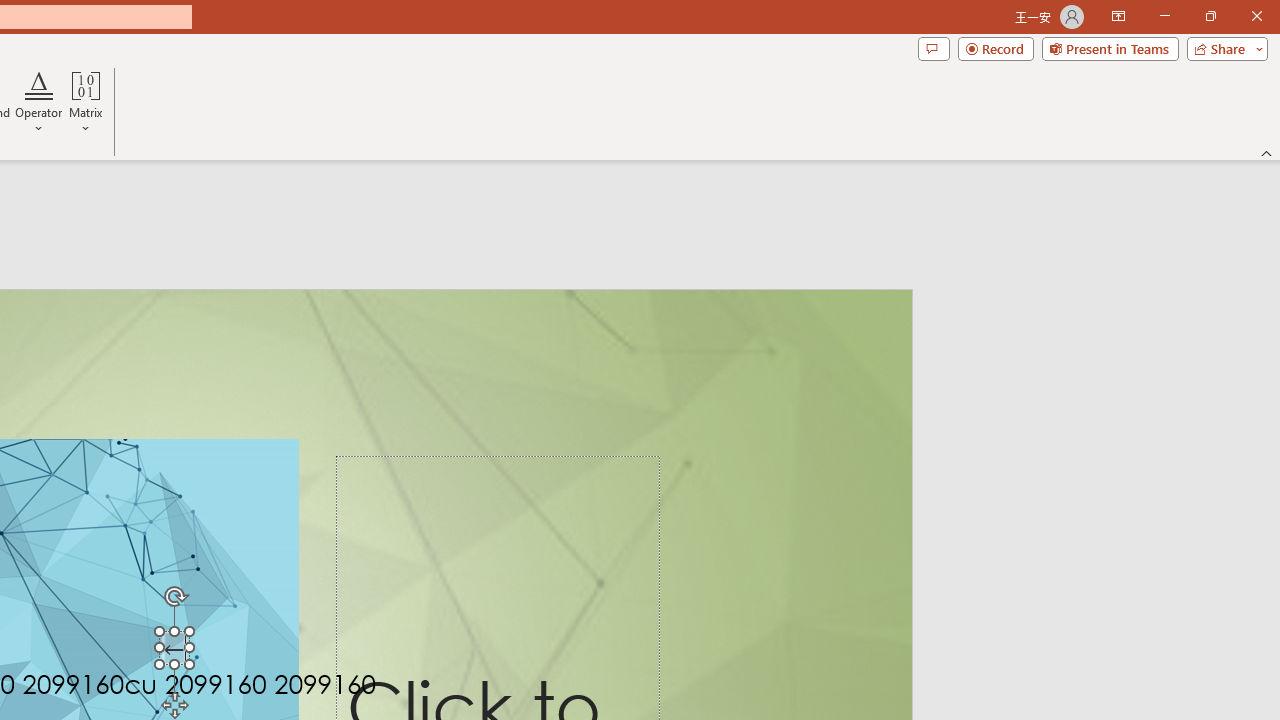 Image resolution: width=1280 pixels, height=720 pixels. Describe the element at coordinates (85, 103) in the screenshot. I see `'Matrix'` at that location.